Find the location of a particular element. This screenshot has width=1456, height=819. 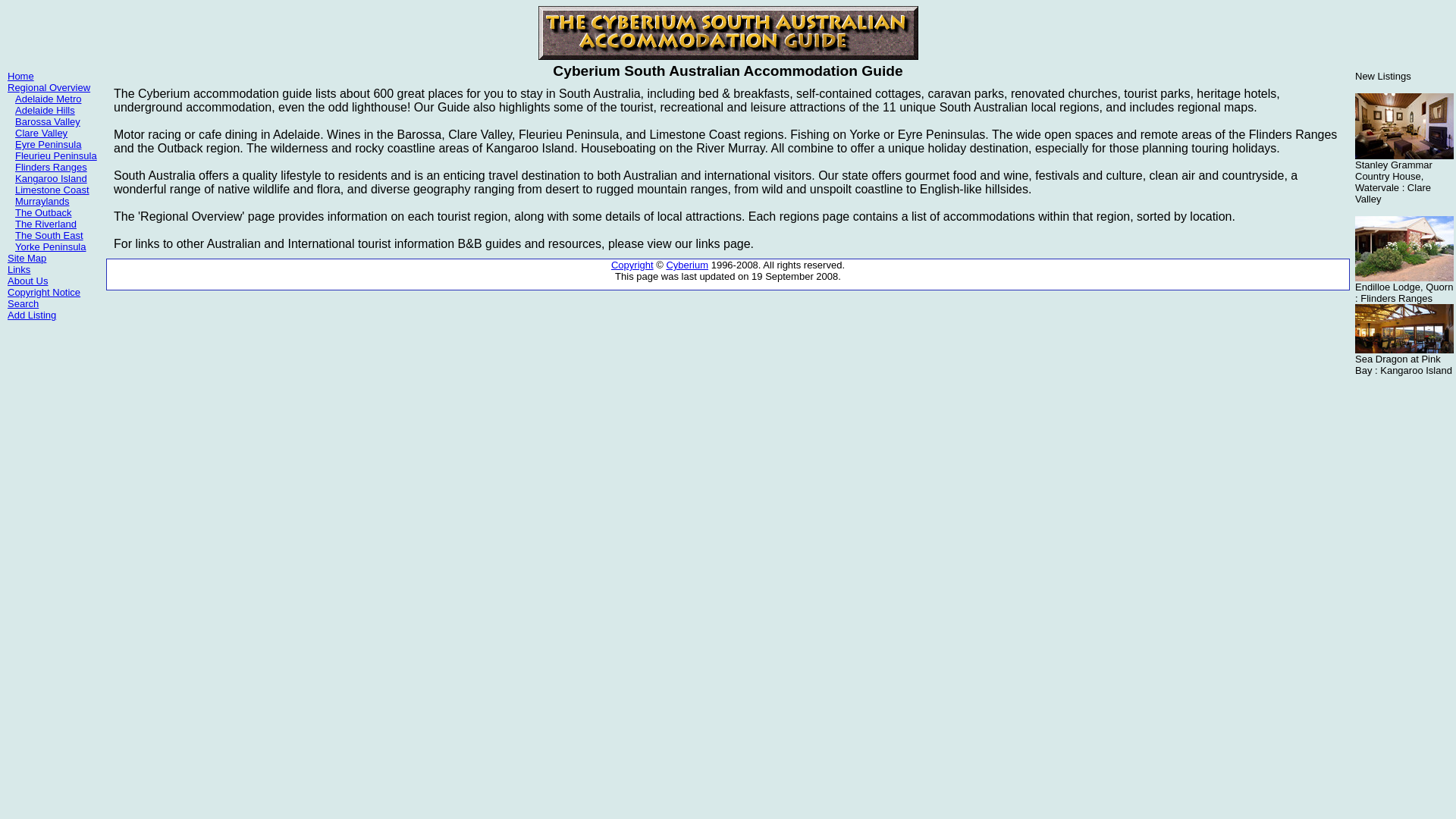

'Adelaide Hills' is located at coordinates (14, 109).